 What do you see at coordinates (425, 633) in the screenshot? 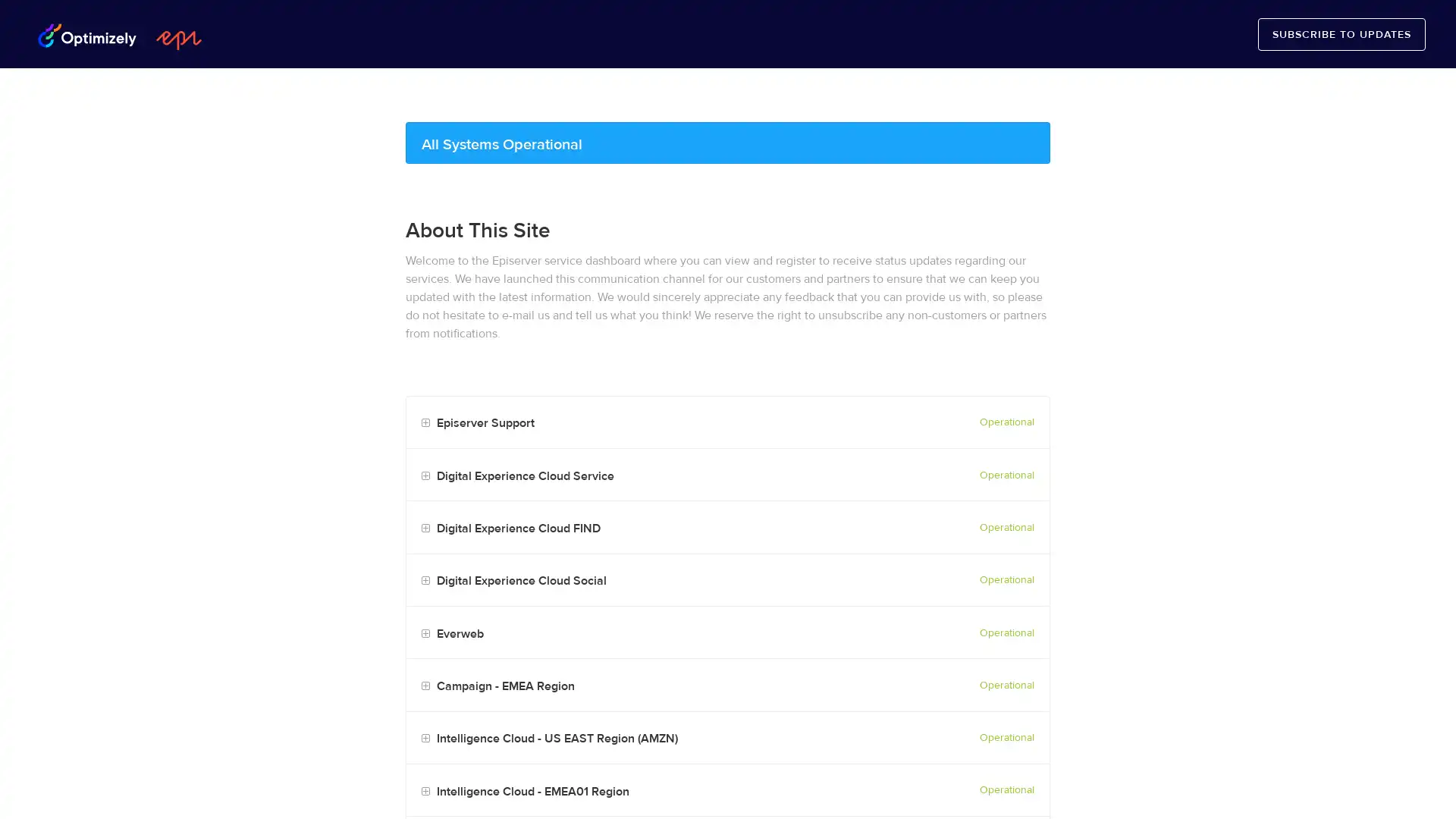
I see `Toggle Everweb` at bounding box center [425, 633].